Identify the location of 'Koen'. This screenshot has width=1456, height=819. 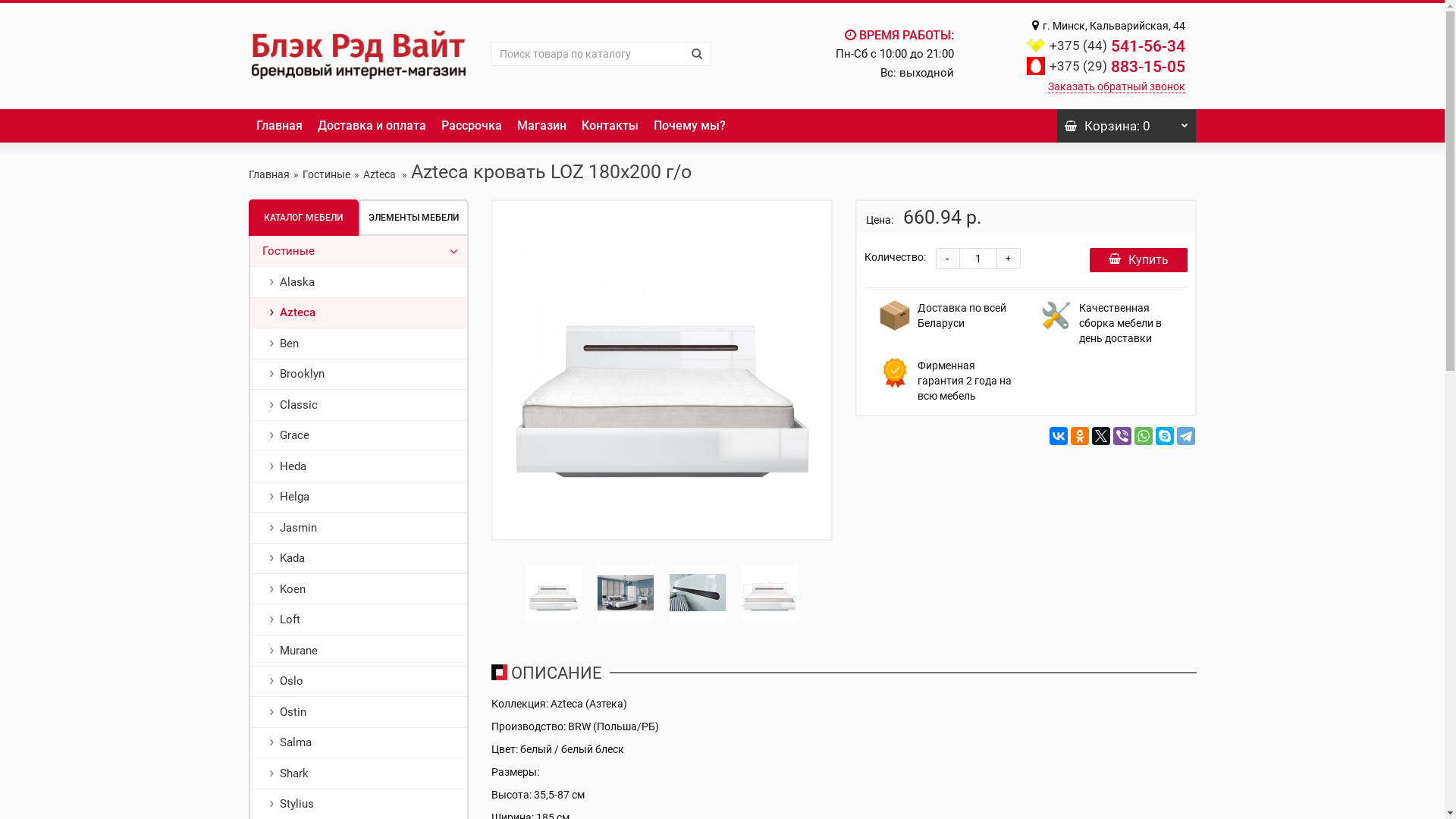
(358, 588).